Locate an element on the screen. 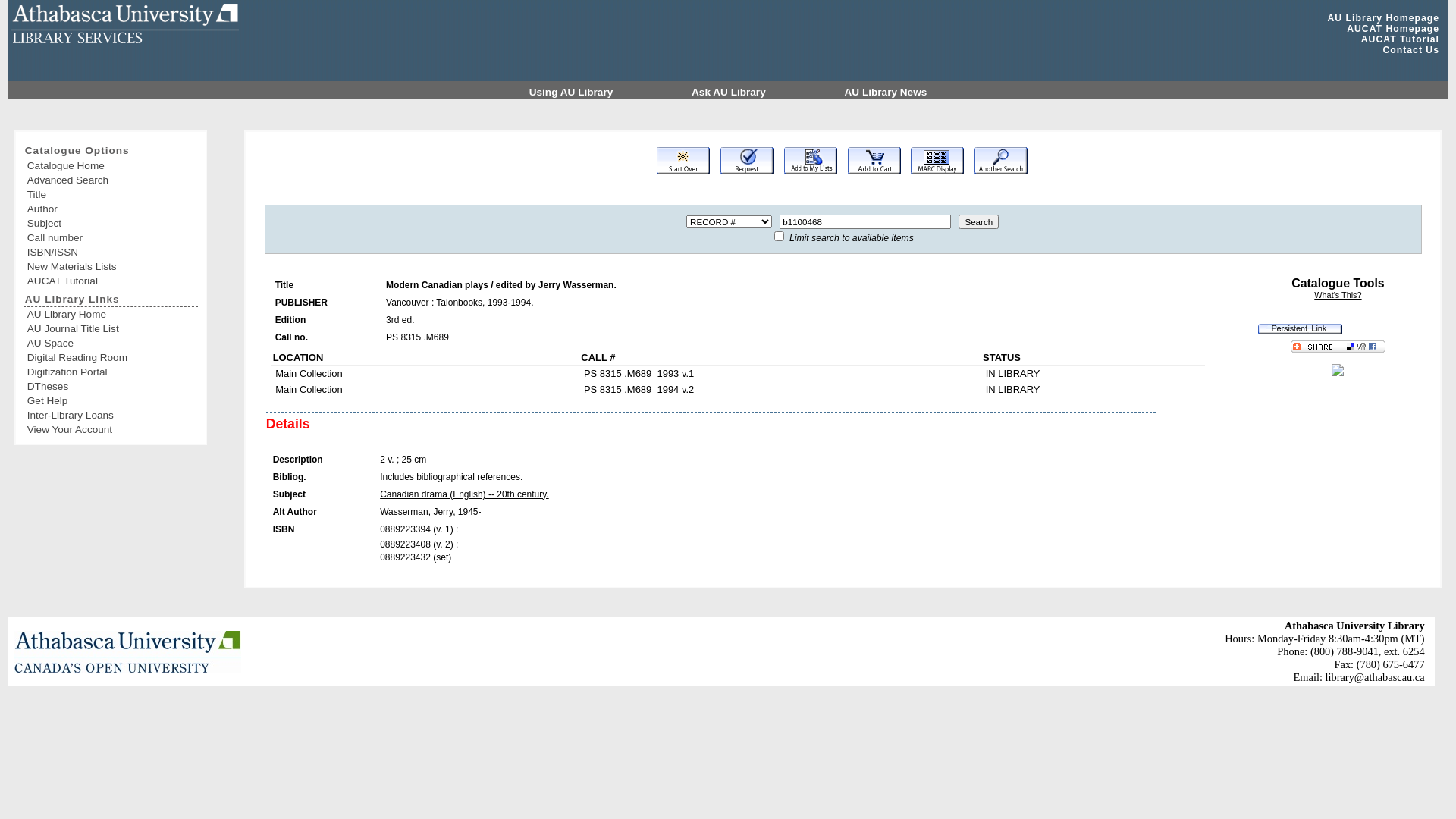  'Athabasca University Homepage' is located at coordinates (127, 651).